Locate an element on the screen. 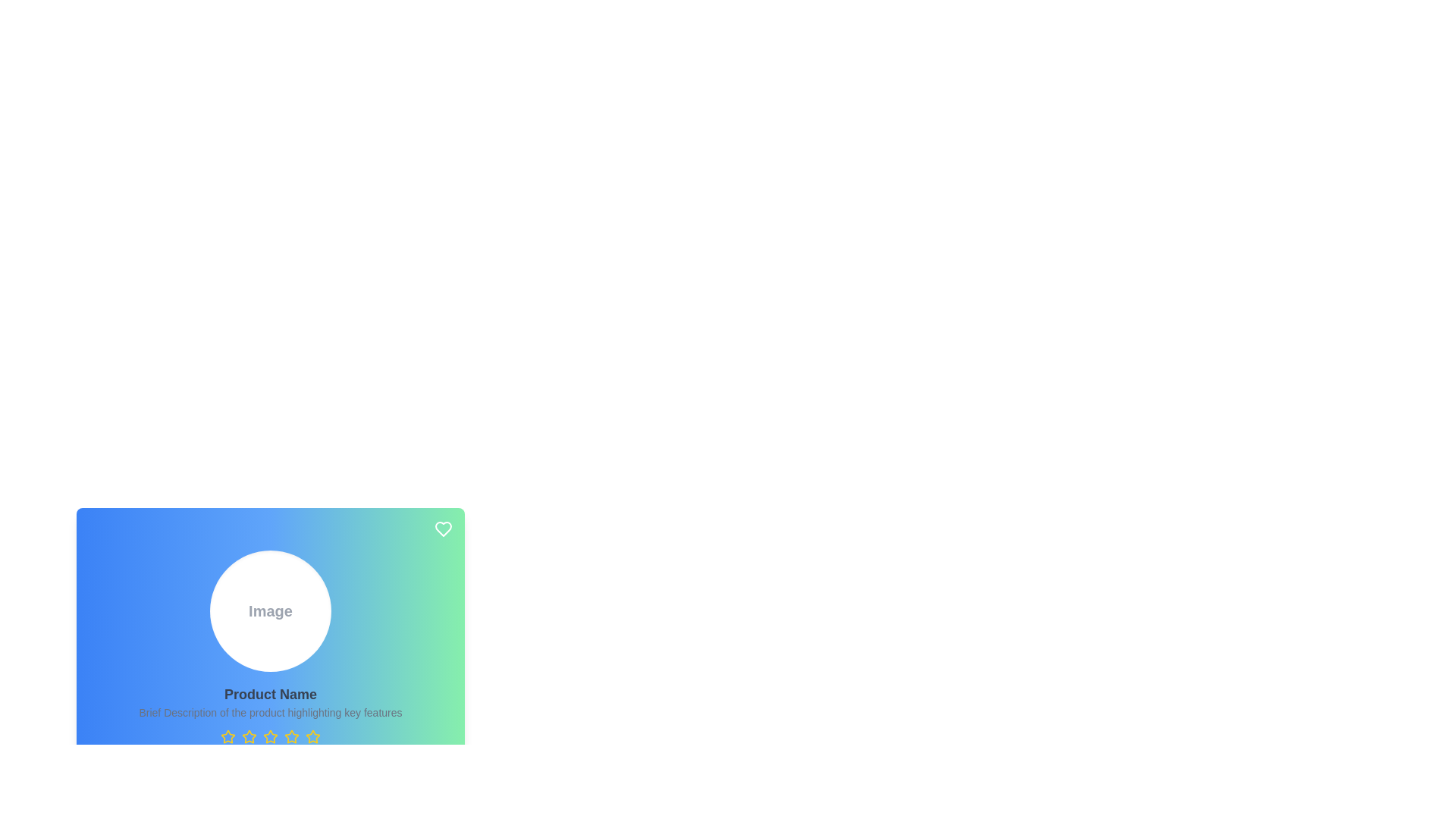  the heart-shaped icon button located in the top-right corner of the action panel is located at coordinates (443, 529).